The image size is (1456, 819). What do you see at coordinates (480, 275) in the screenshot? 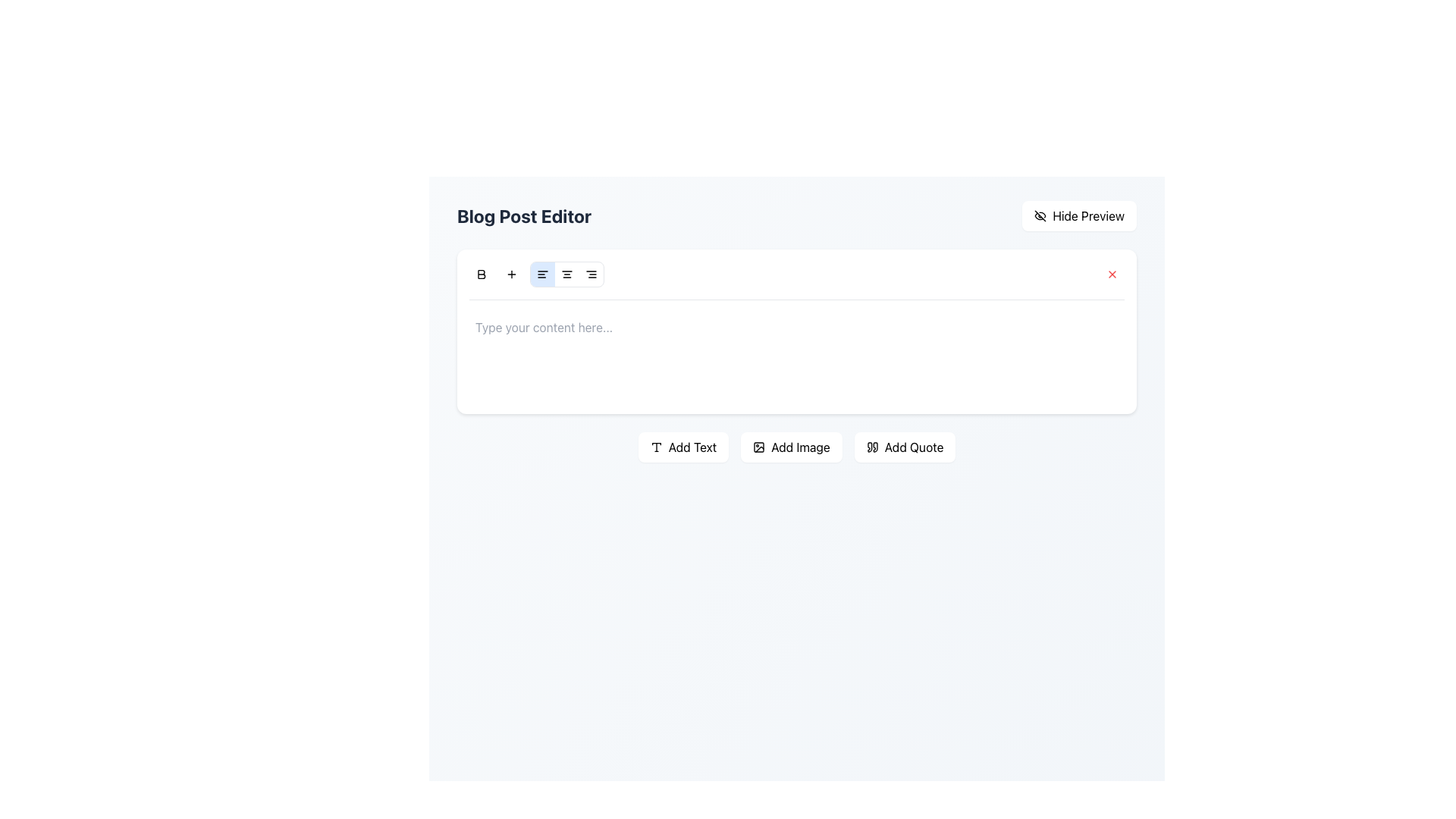
I see `the bold-style 'B' icon button, which is an SVG image located at the top-left of the content toolbar in the Blog Post Editor interface` at bounding box center [480, 275].